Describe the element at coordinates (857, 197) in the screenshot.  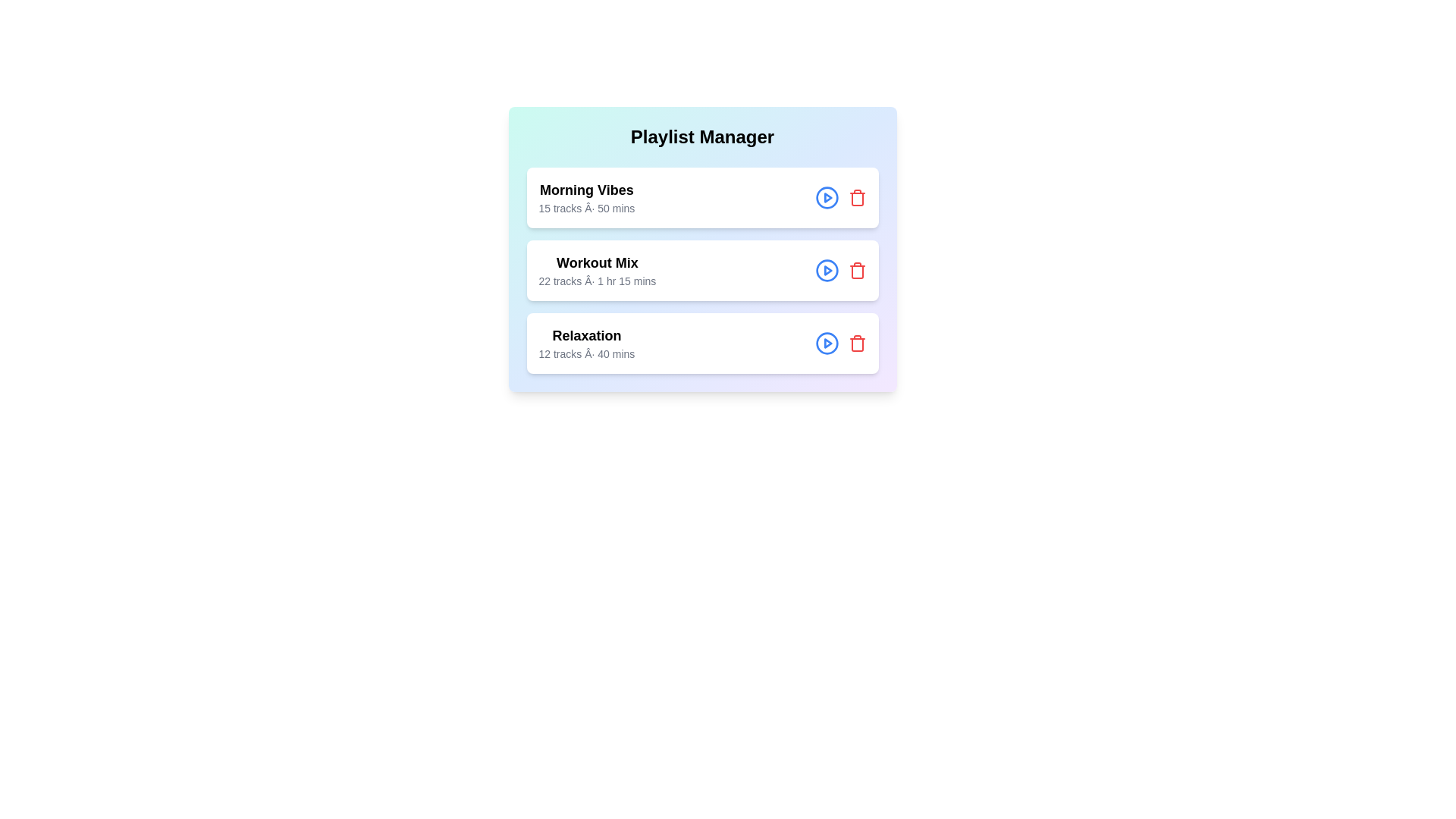
I see `the delete button for the playlist titled 'Morning Vibes'` at that location.